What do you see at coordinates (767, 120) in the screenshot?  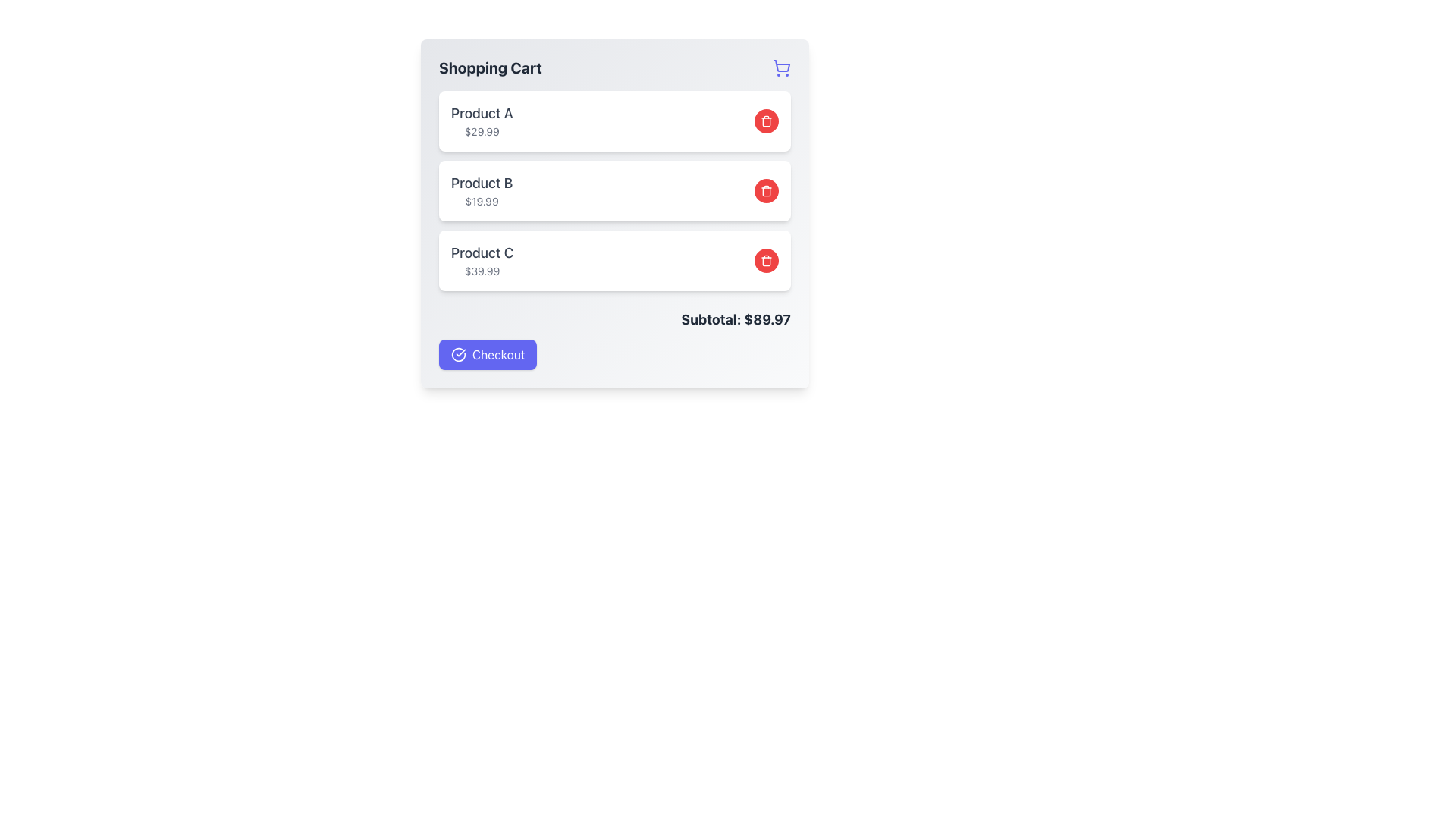 I see `the delete button for 'Product A' located at the far right of the product description` at bounding box center [767, 120].